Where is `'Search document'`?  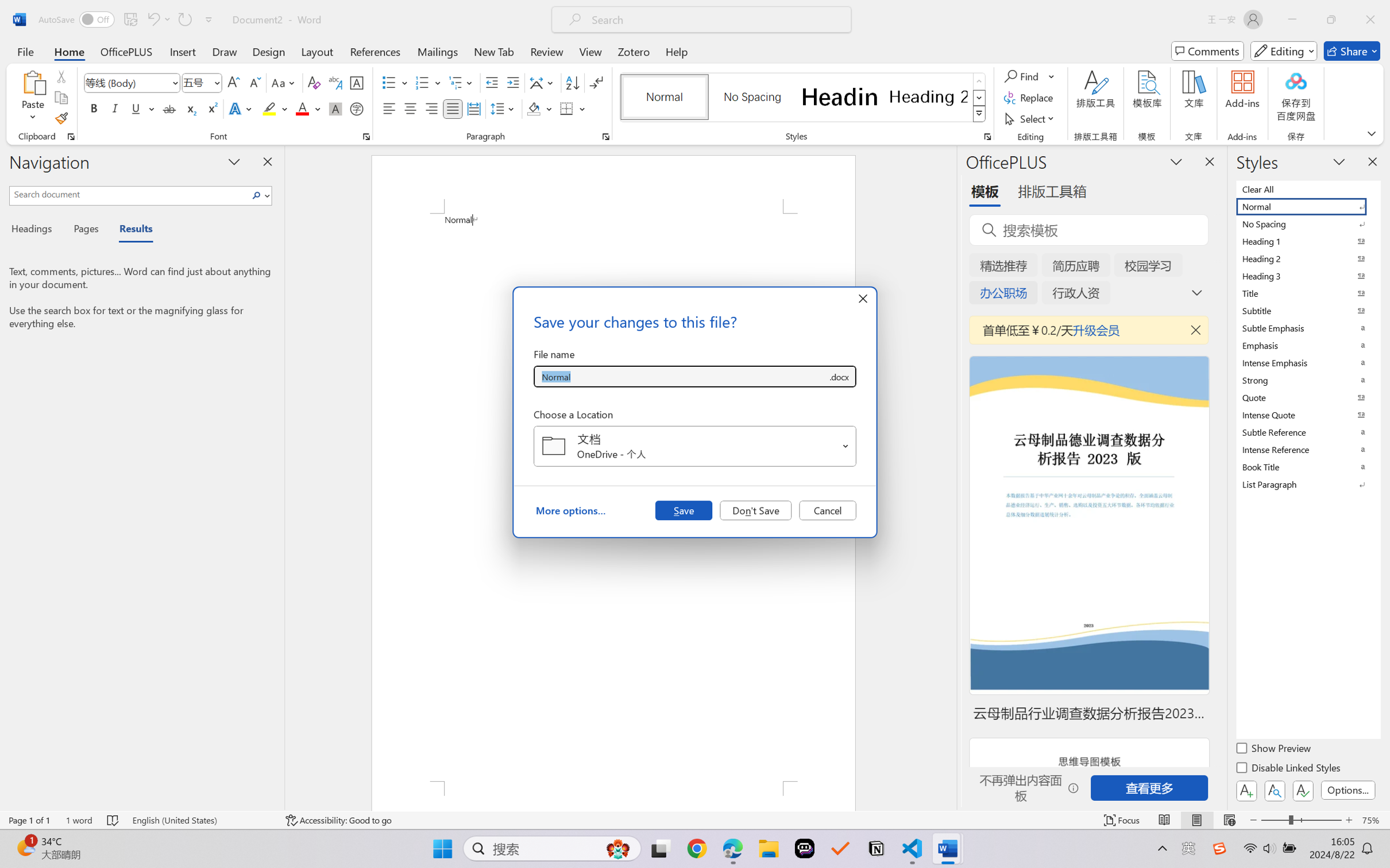 'Search document' is located at coordinates (129, 193).